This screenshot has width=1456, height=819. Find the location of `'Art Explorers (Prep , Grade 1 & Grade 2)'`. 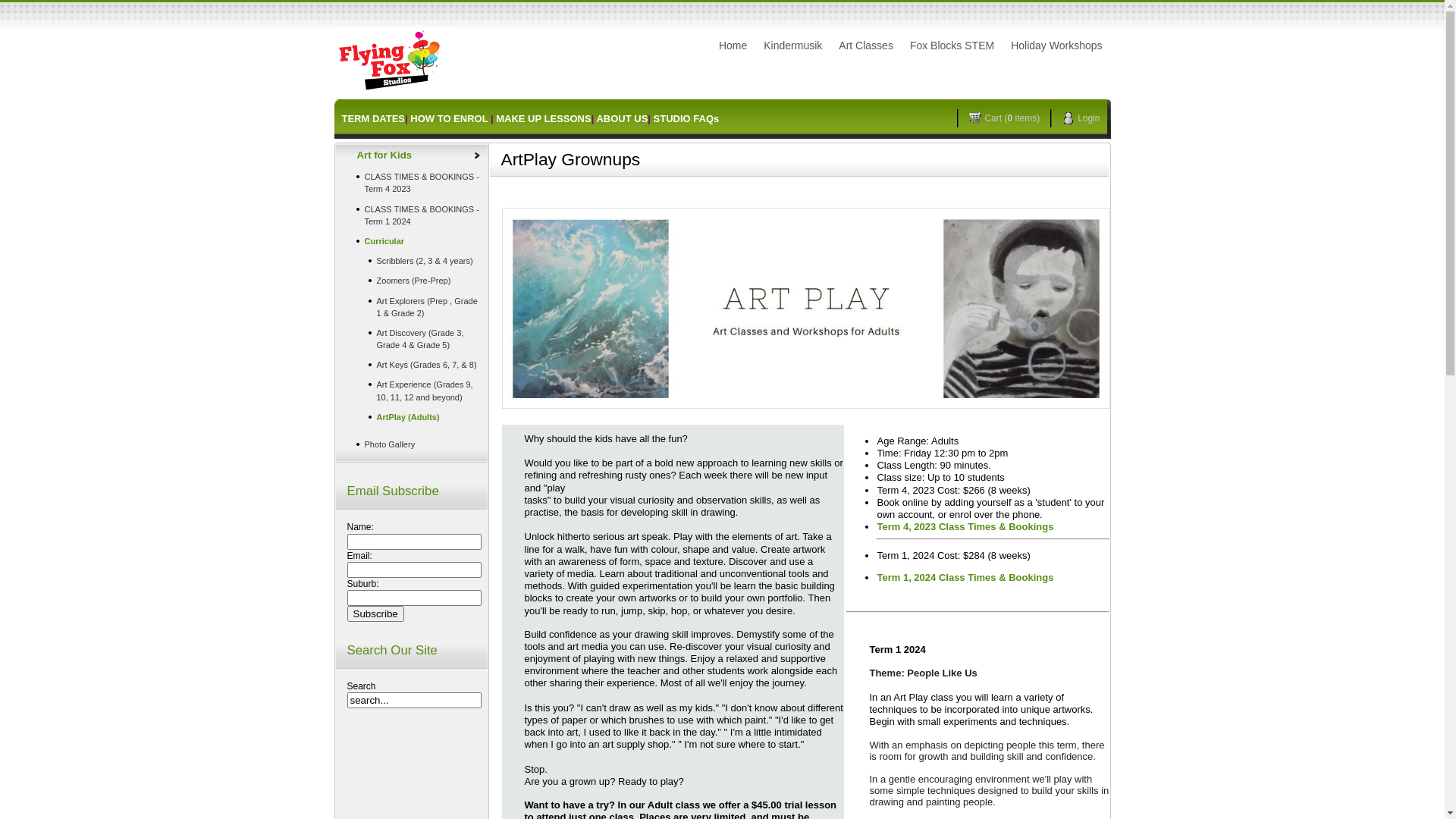

'Art Explorers (Prep , Grade 1 & Grade 2)' is located at coordinates (411, 306).